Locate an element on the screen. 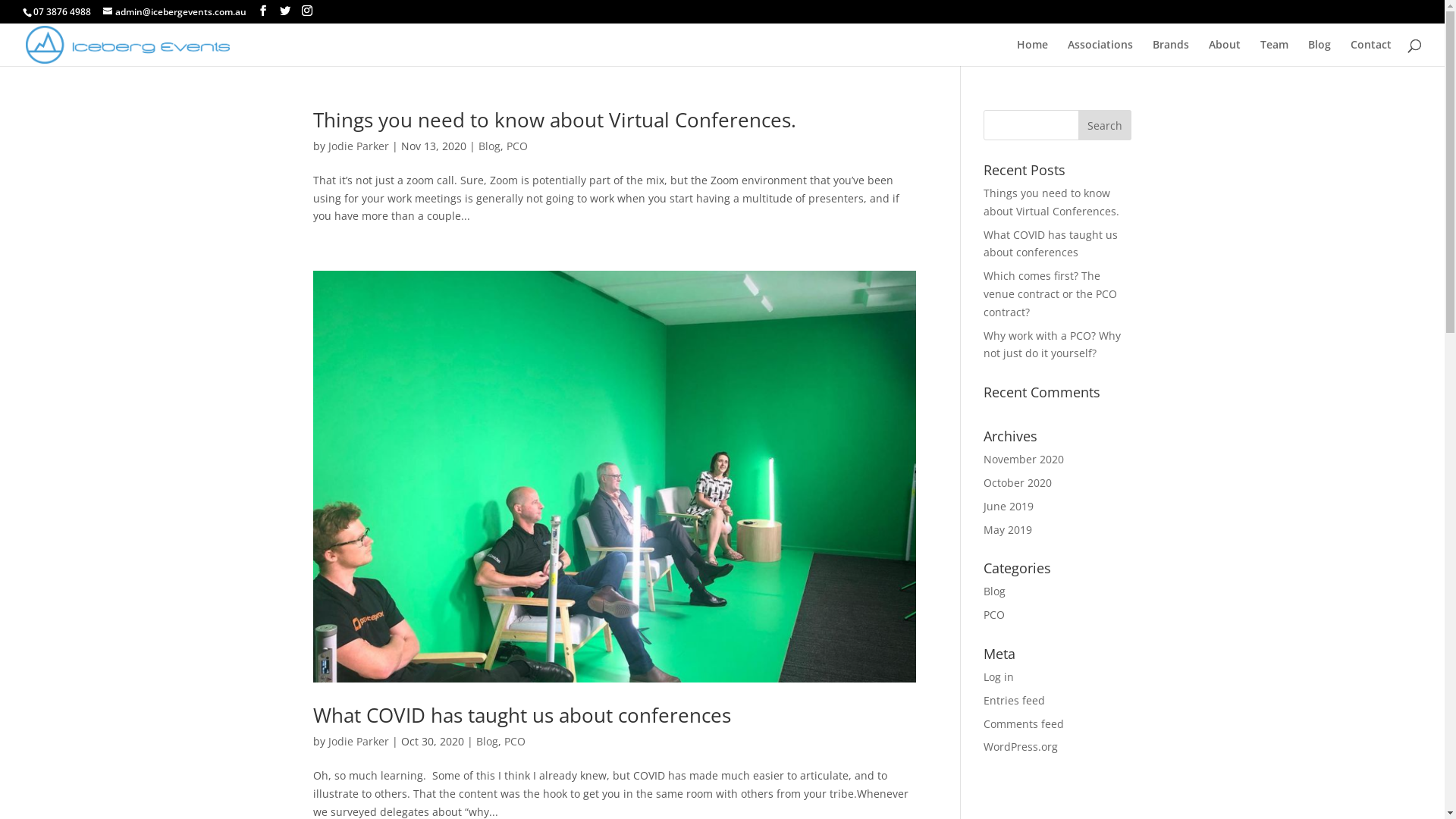  'About' is located at coordinates (1224, 52).